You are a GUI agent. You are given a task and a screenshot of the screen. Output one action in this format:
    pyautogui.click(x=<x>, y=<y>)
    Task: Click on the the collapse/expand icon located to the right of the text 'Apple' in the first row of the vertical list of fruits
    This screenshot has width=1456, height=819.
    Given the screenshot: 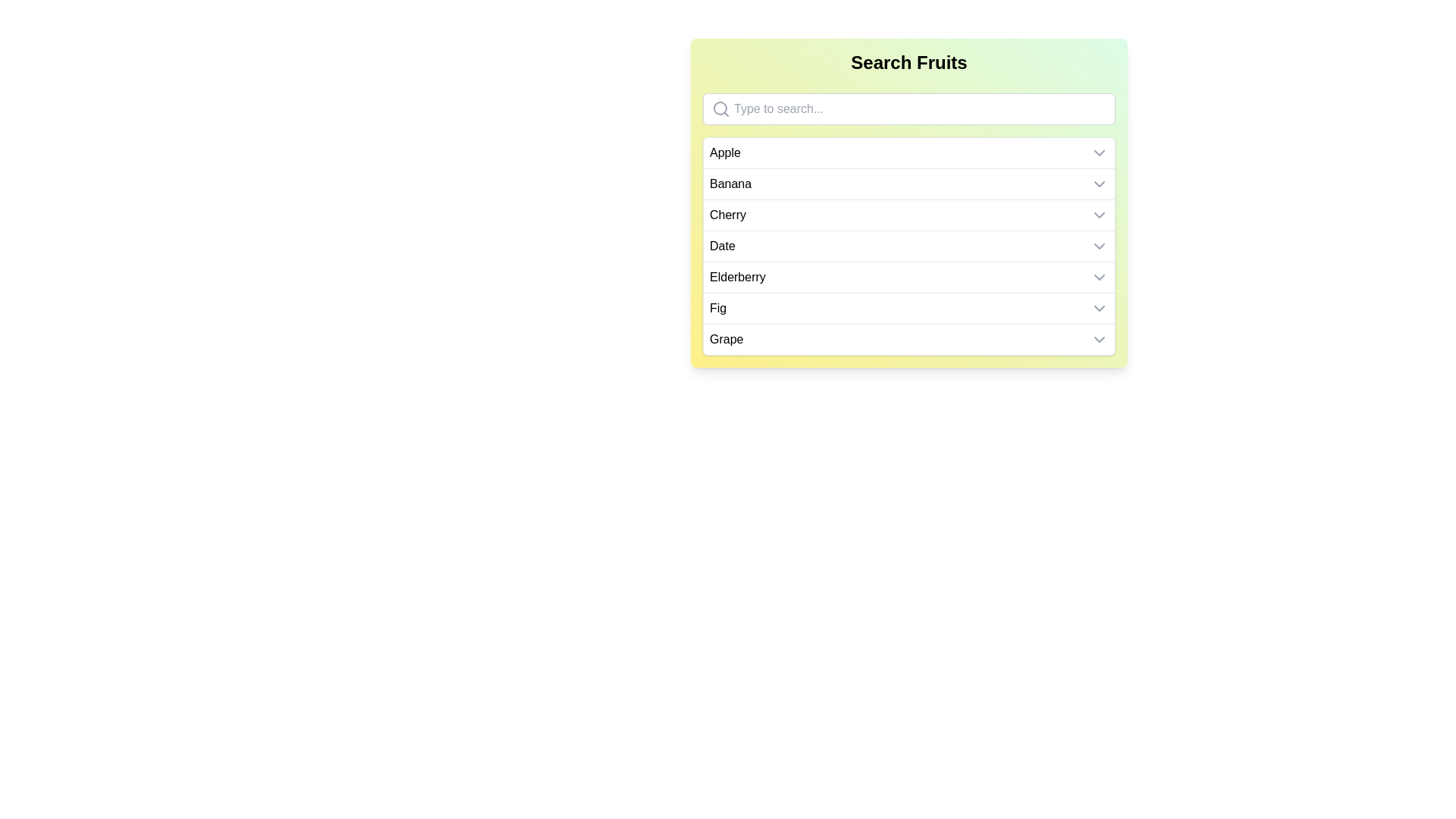 What is the action you would take?
    pyautogui.click(x=1099, y=152)
    